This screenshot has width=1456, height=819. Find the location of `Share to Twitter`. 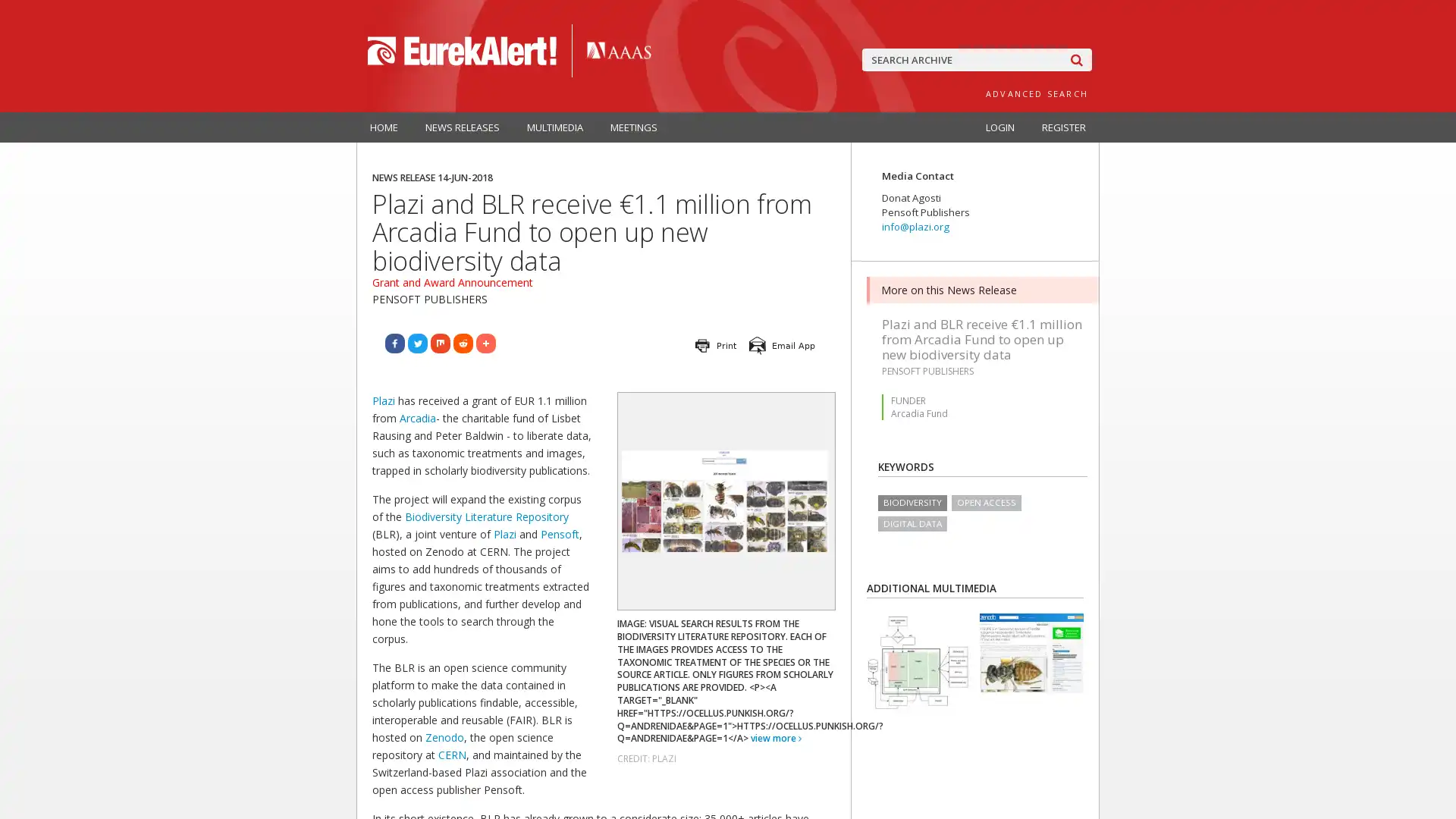

Share to Twitter is located at coordinates (418, 343).